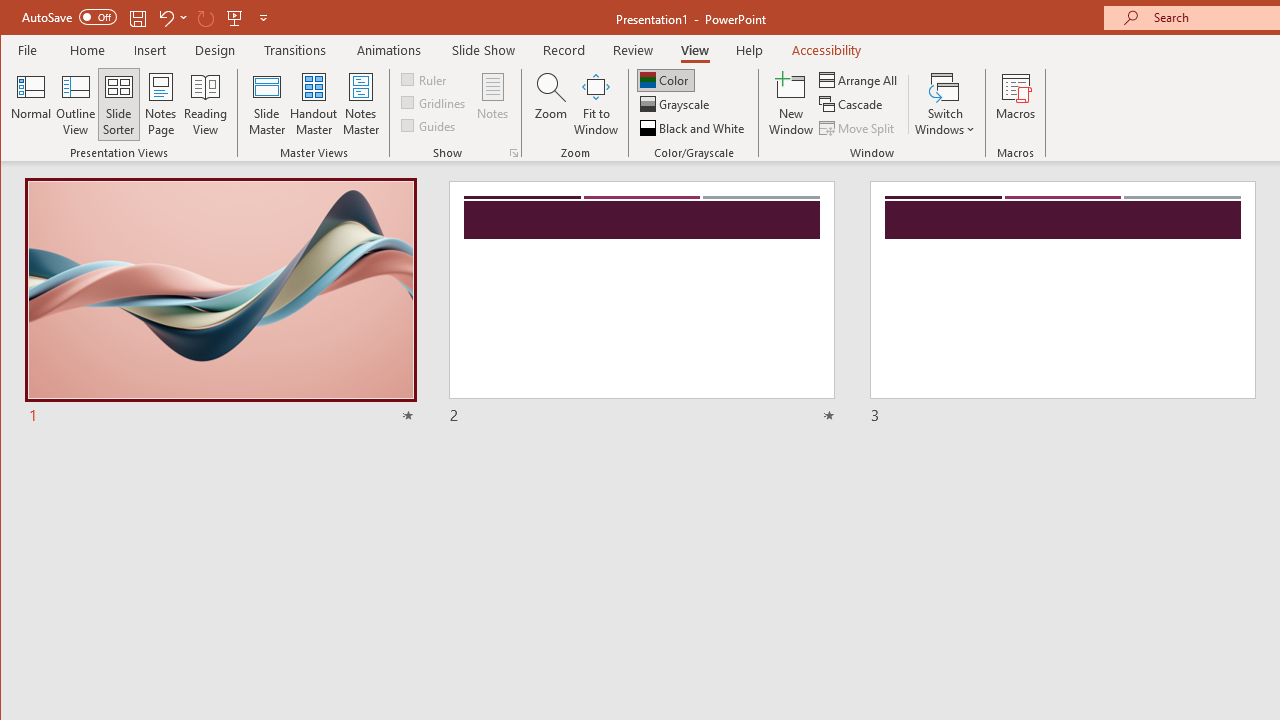 The height and width of the screenshot is (720, 1280). What do you see at coordinates (790, 104) in the screenshot?
I see `'New Window'` at bounding box center [790, 104].